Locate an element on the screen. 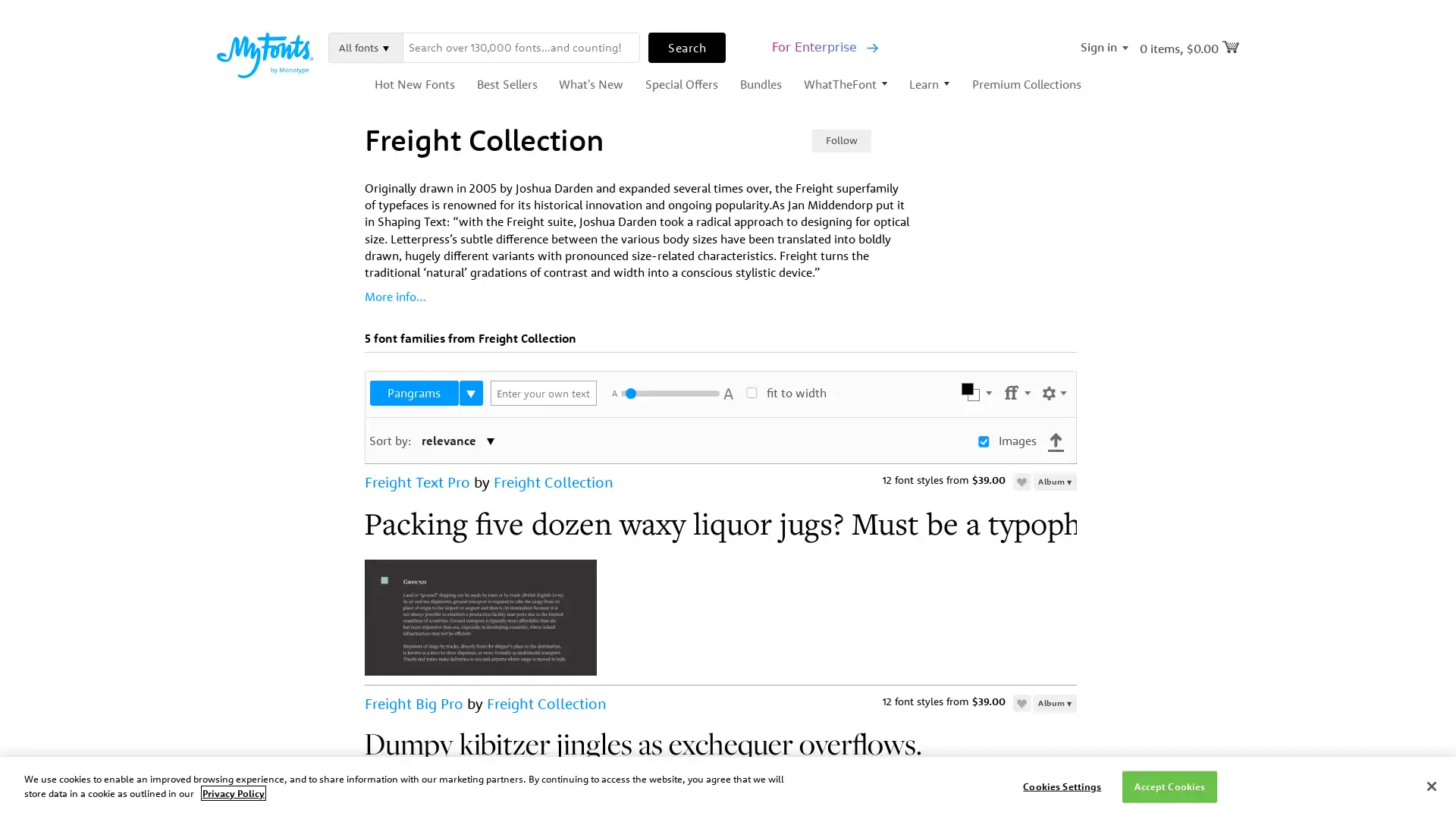 The width and height of the screenshot is (1456, 819). Close is located at coordinates (1430, 785).